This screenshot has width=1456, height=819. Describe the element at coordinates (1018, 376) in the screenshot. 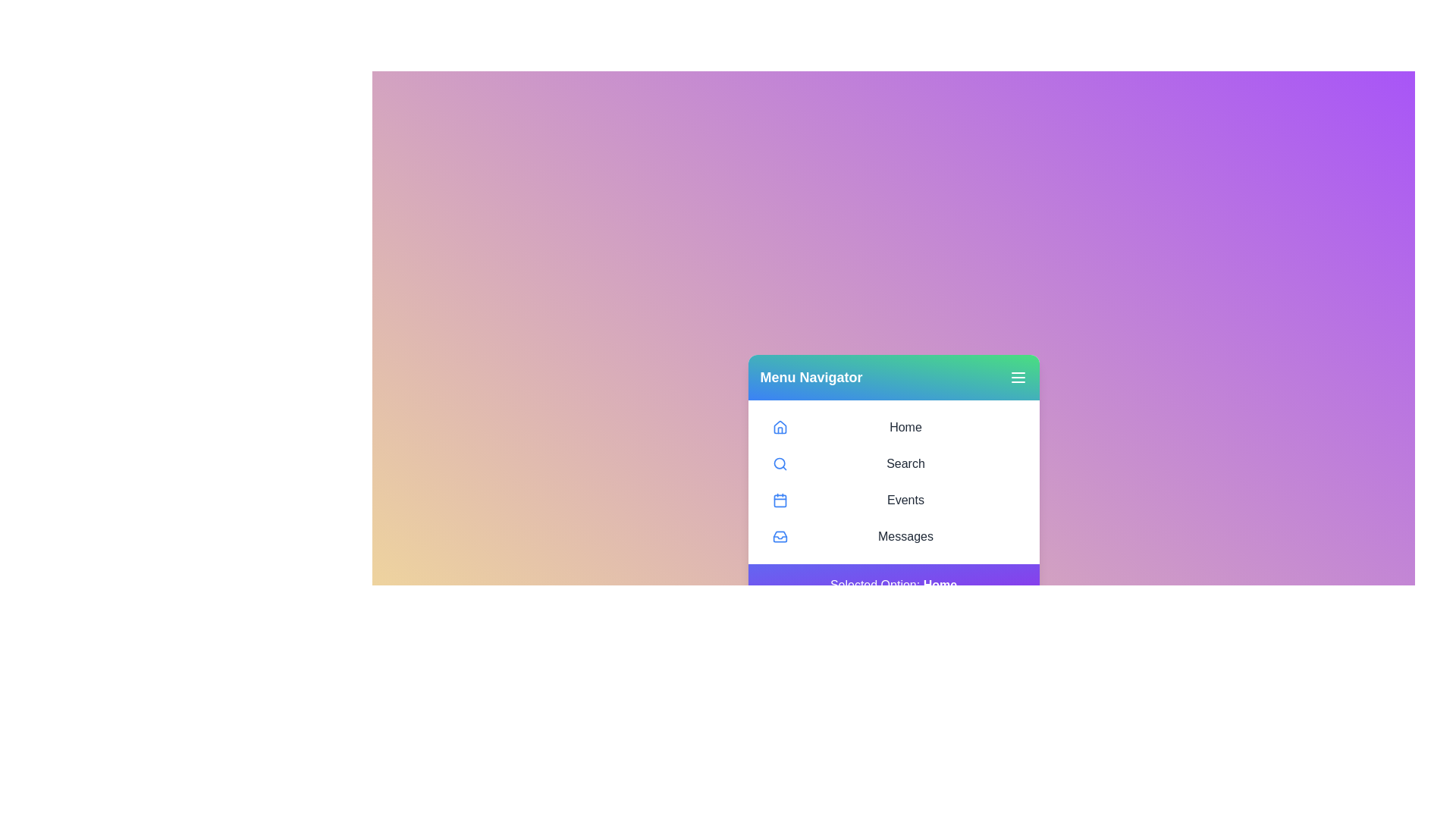

I see `the menu icon to toggle the menu open or closed` at that location.